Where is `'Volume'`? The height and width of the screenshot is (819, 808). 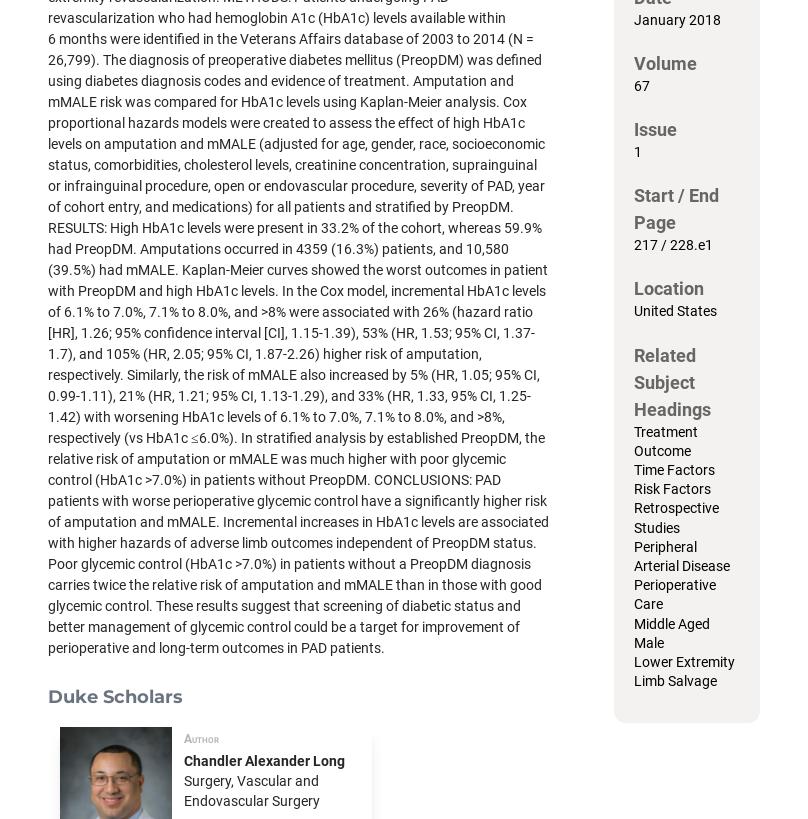
'Volume' is located at coordinates (665, 62).